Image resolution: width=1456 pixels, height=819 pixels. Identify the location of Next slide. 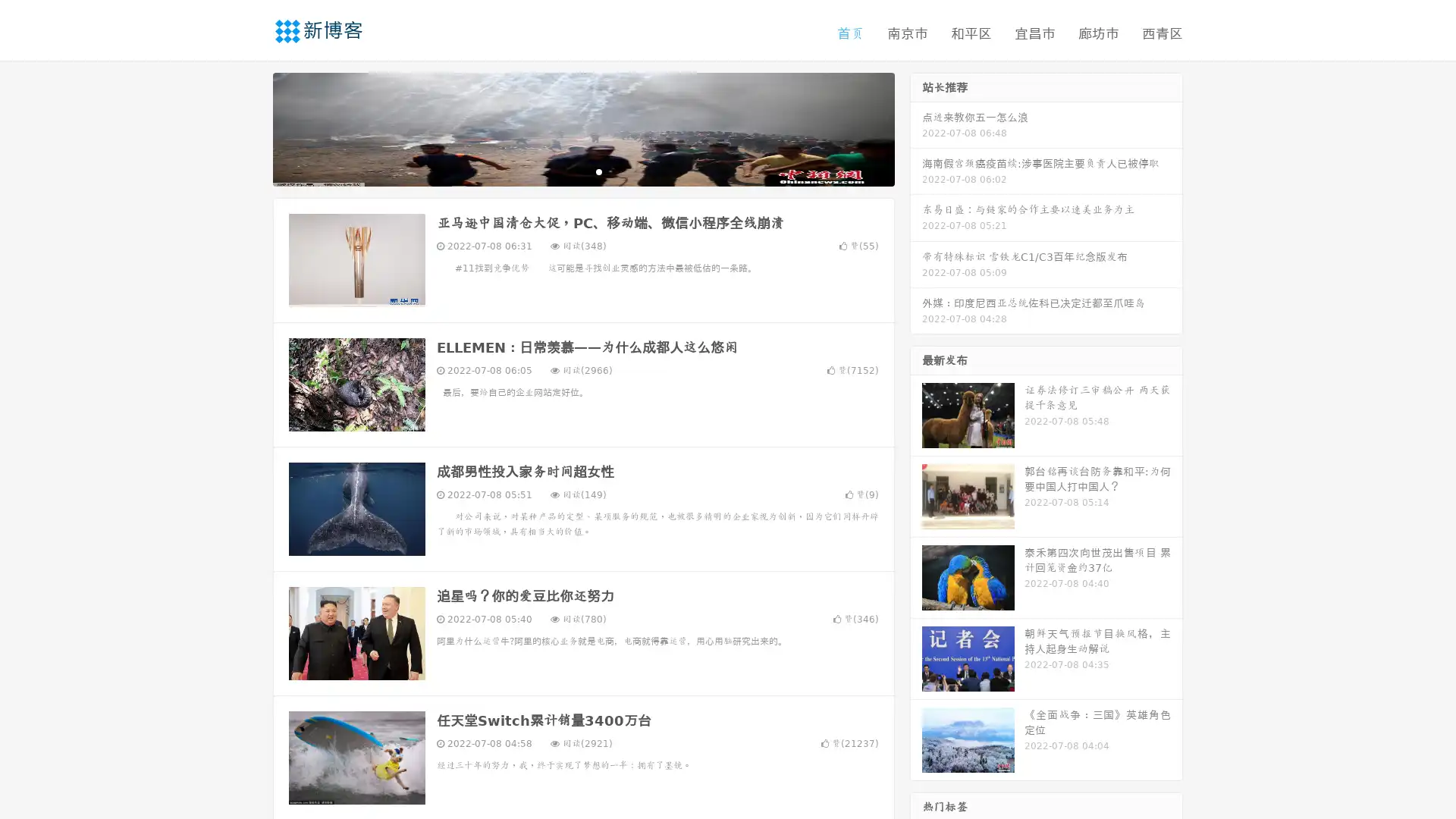
(916, 127).